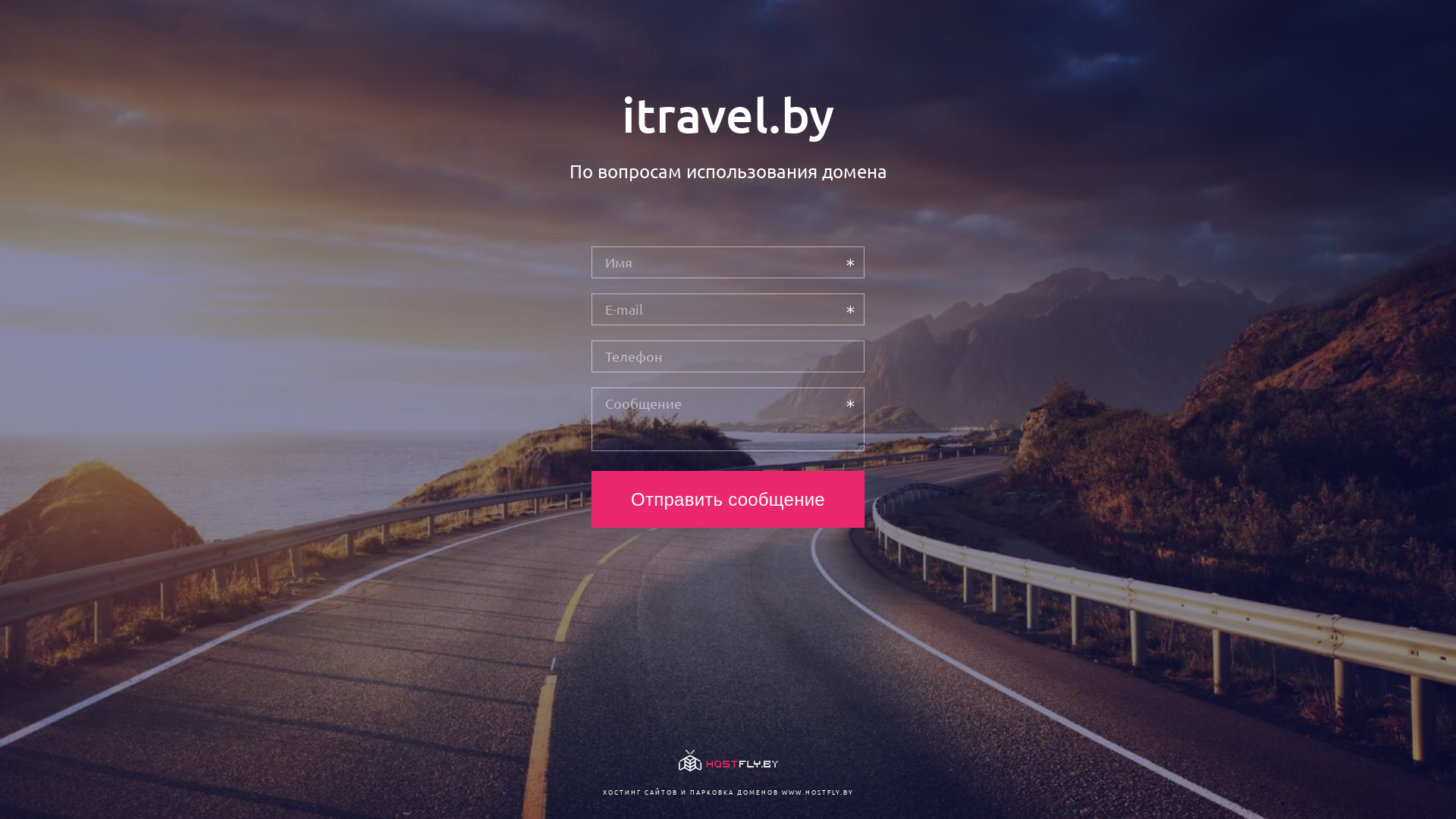  I want to click on 'WWW.HOSTFLY.BY', so click(816, 791).